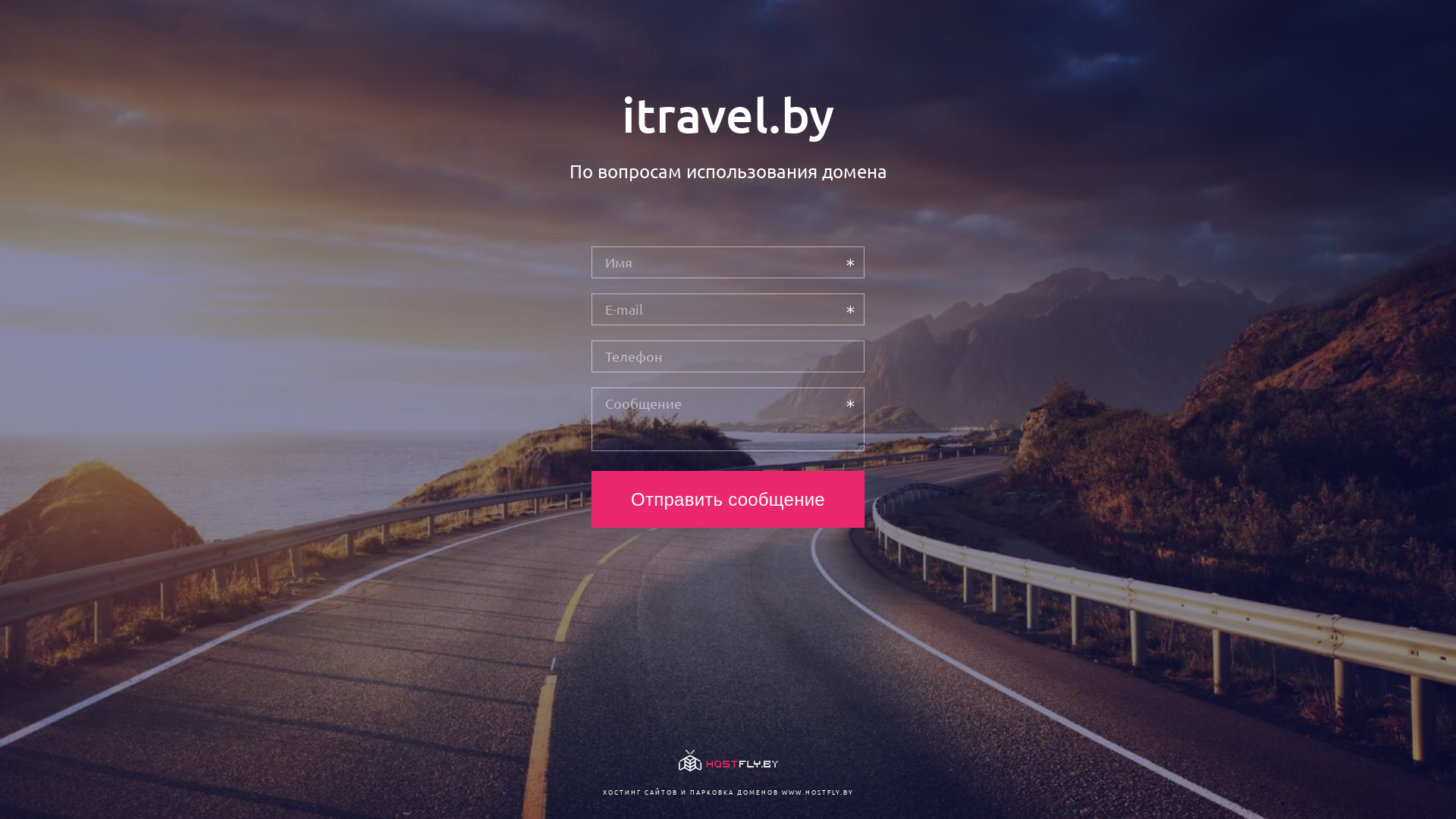  I want to click on 'WWW.HOSTFLY.BY', so click(816, 791).